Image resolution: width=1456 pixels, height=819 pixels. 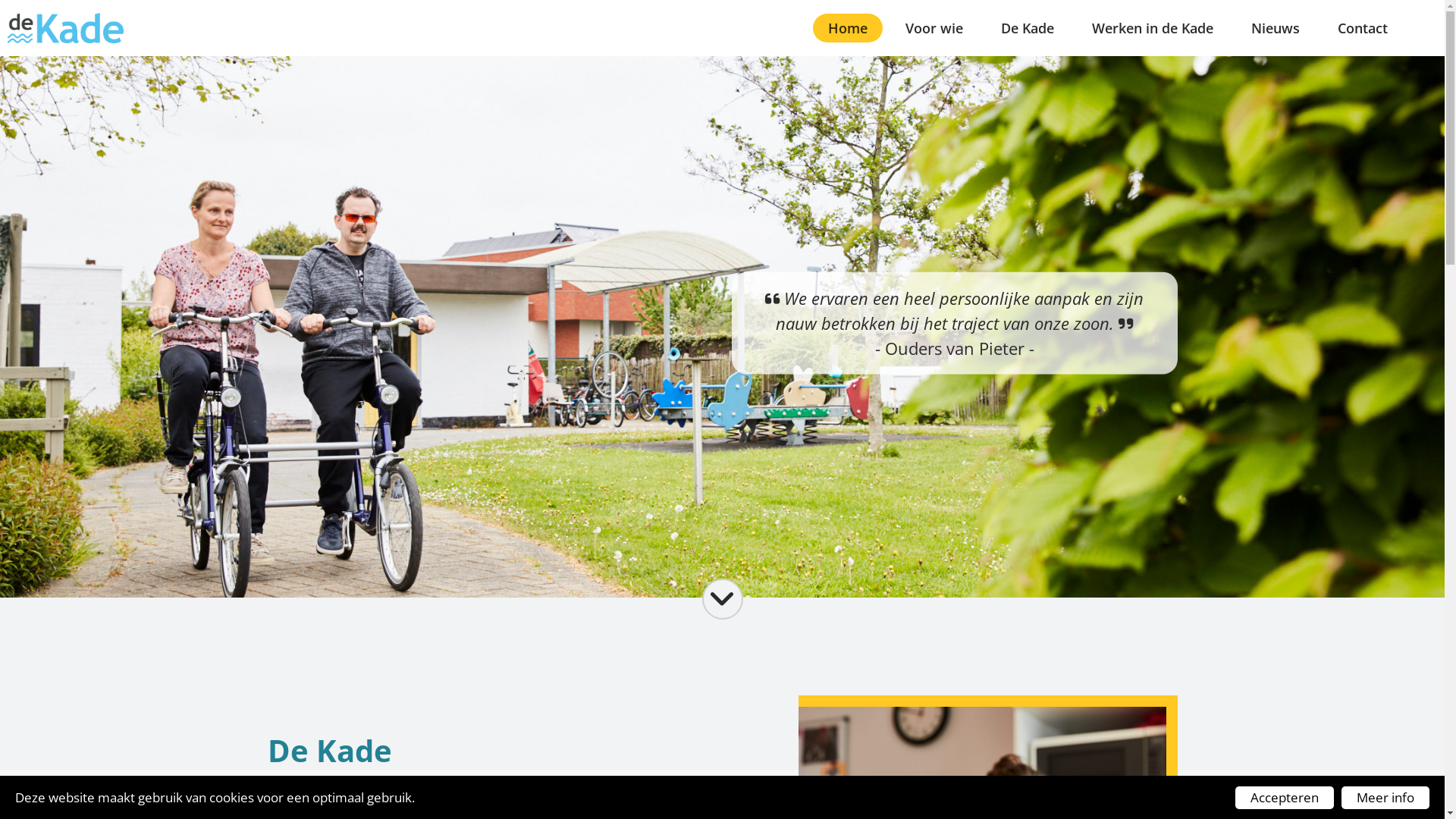 I want to click on 'Werken in de Kade', so click(x=1153, y=28).